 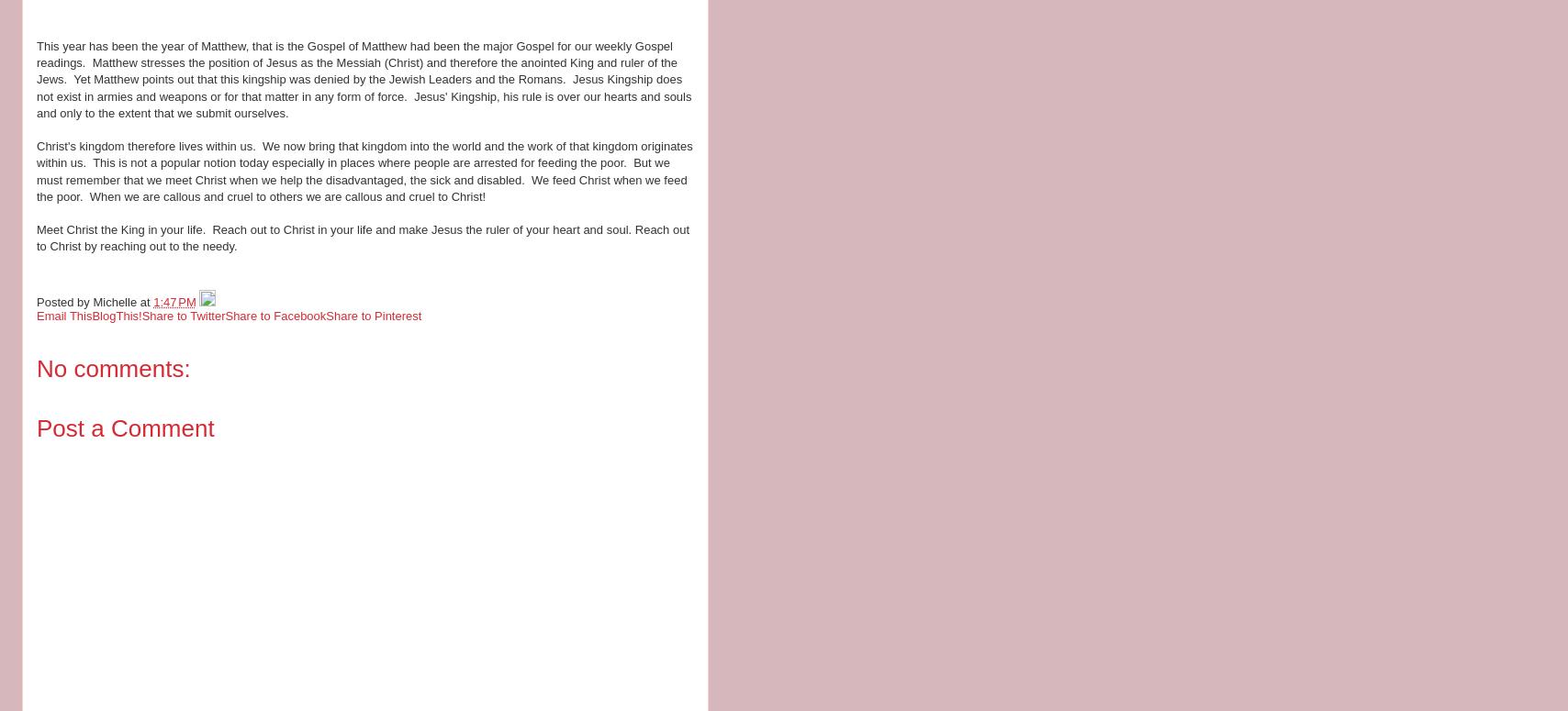 What do you see at coordinates (64, 301) in the screenshot?
I see `'Posted by'` at bounding box center [64, 301].